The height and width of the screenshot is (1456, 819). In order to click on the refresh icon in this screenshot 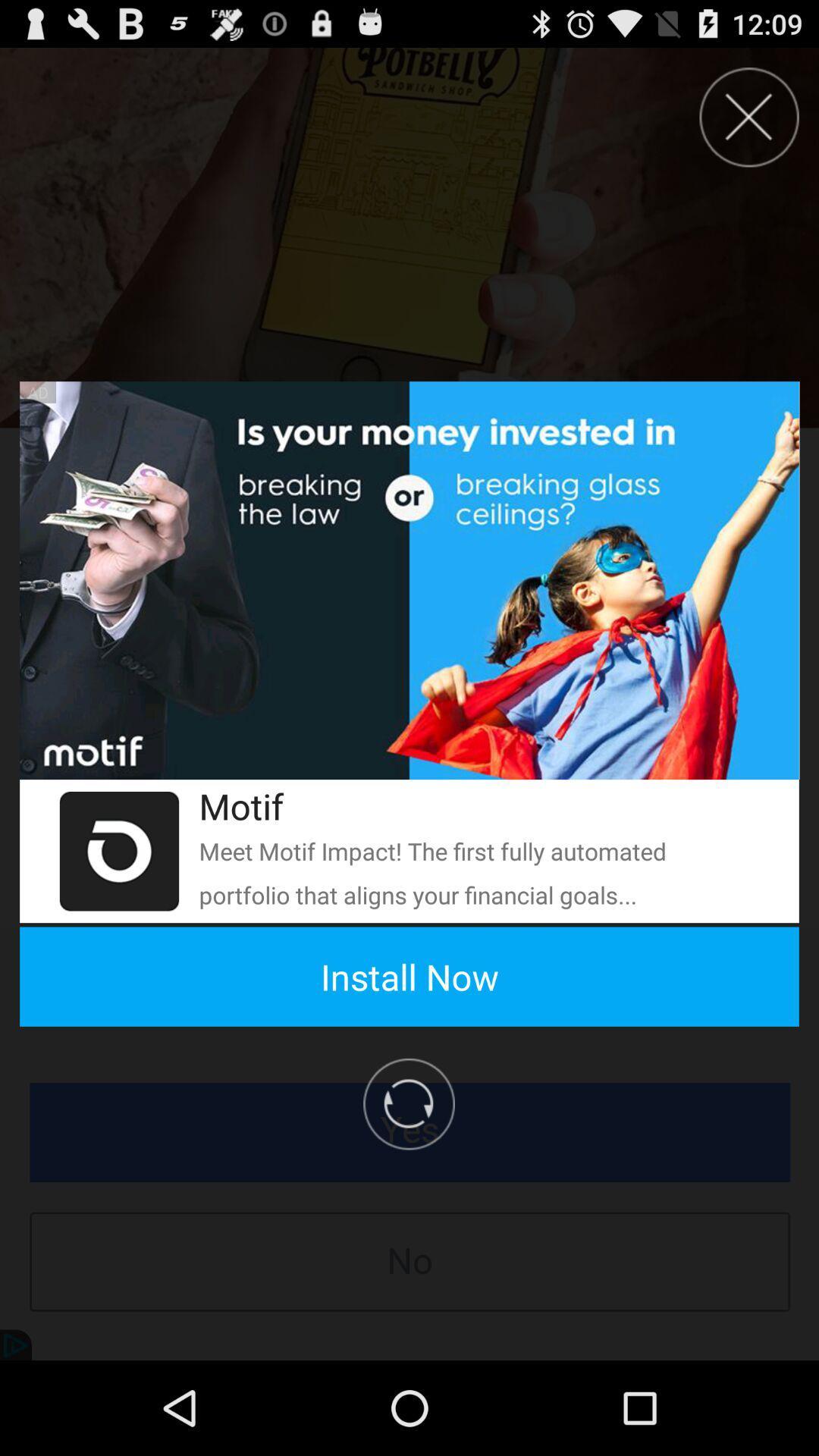, I will do `click(118, 910)`.